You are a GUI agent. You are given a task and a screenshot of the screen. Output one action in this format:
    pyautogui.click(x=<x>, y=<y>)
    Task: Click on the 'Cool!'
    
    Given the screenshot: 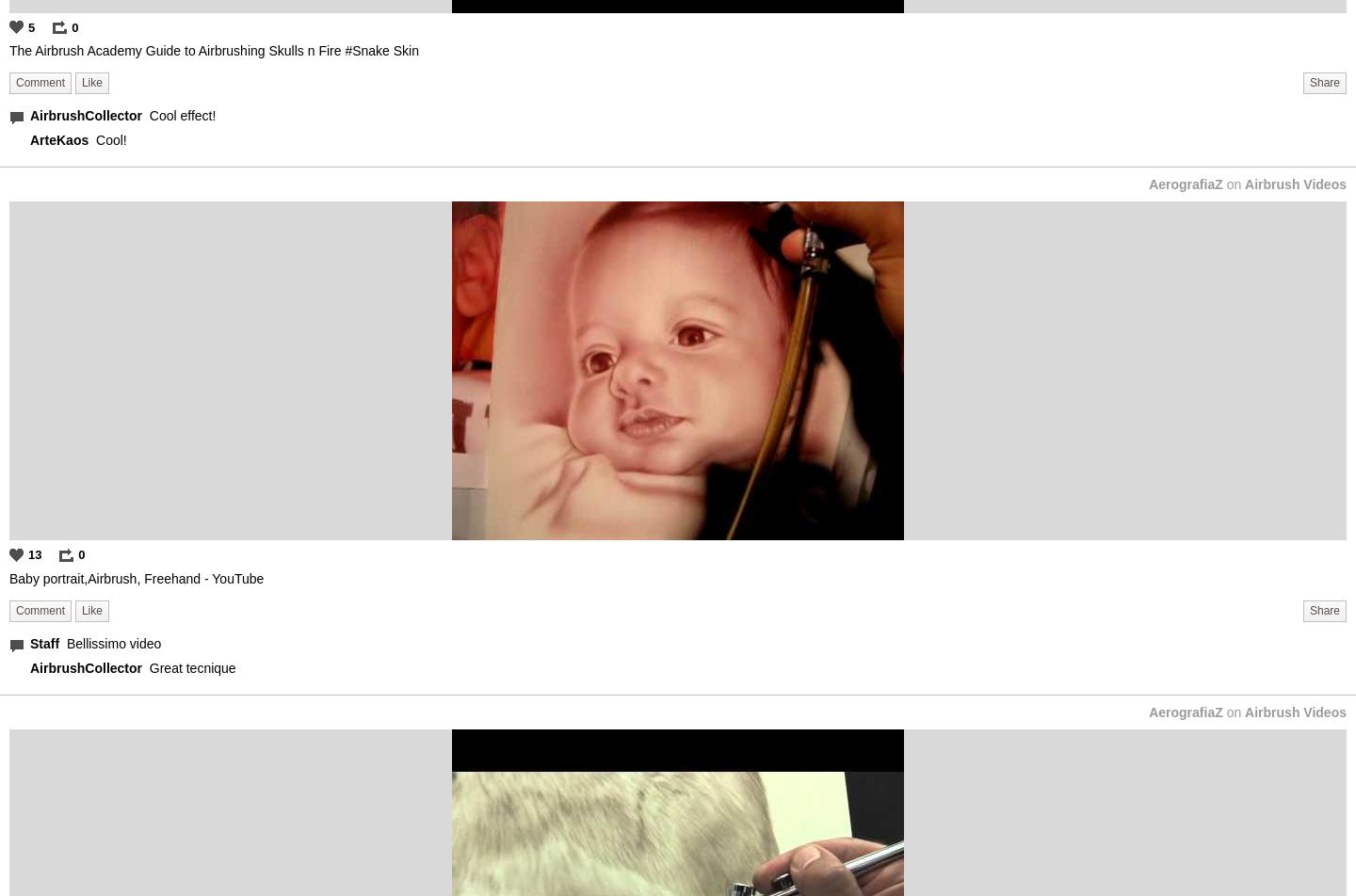 What is the action you would take?
    pyautogui.click(x=110, y=139)
    